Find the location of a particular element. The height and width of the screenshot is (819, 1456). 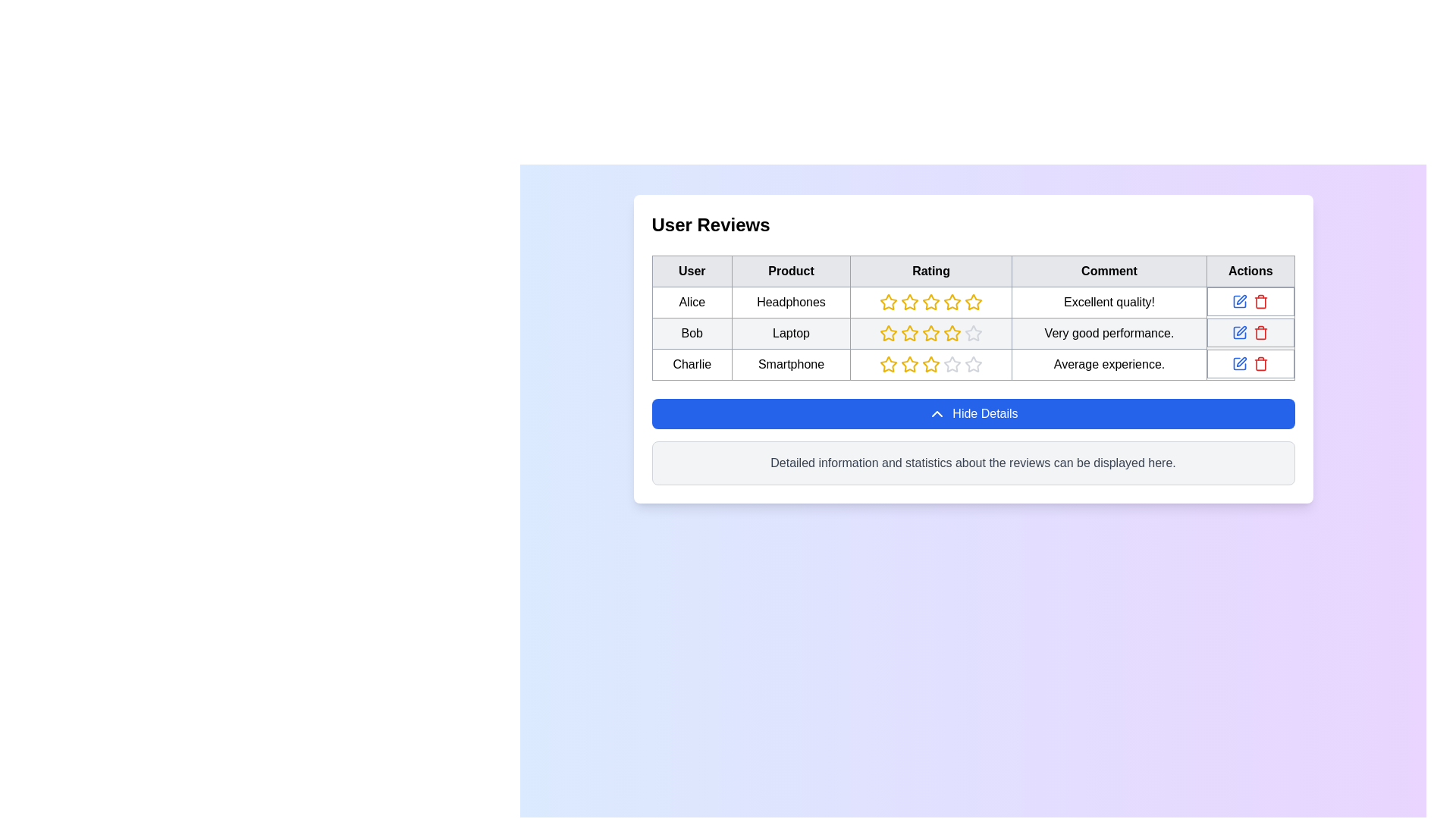

the rating star icon in the third row associated with Charlie's review of the Smartphone product to rate it is located at coordinates (910, 364).